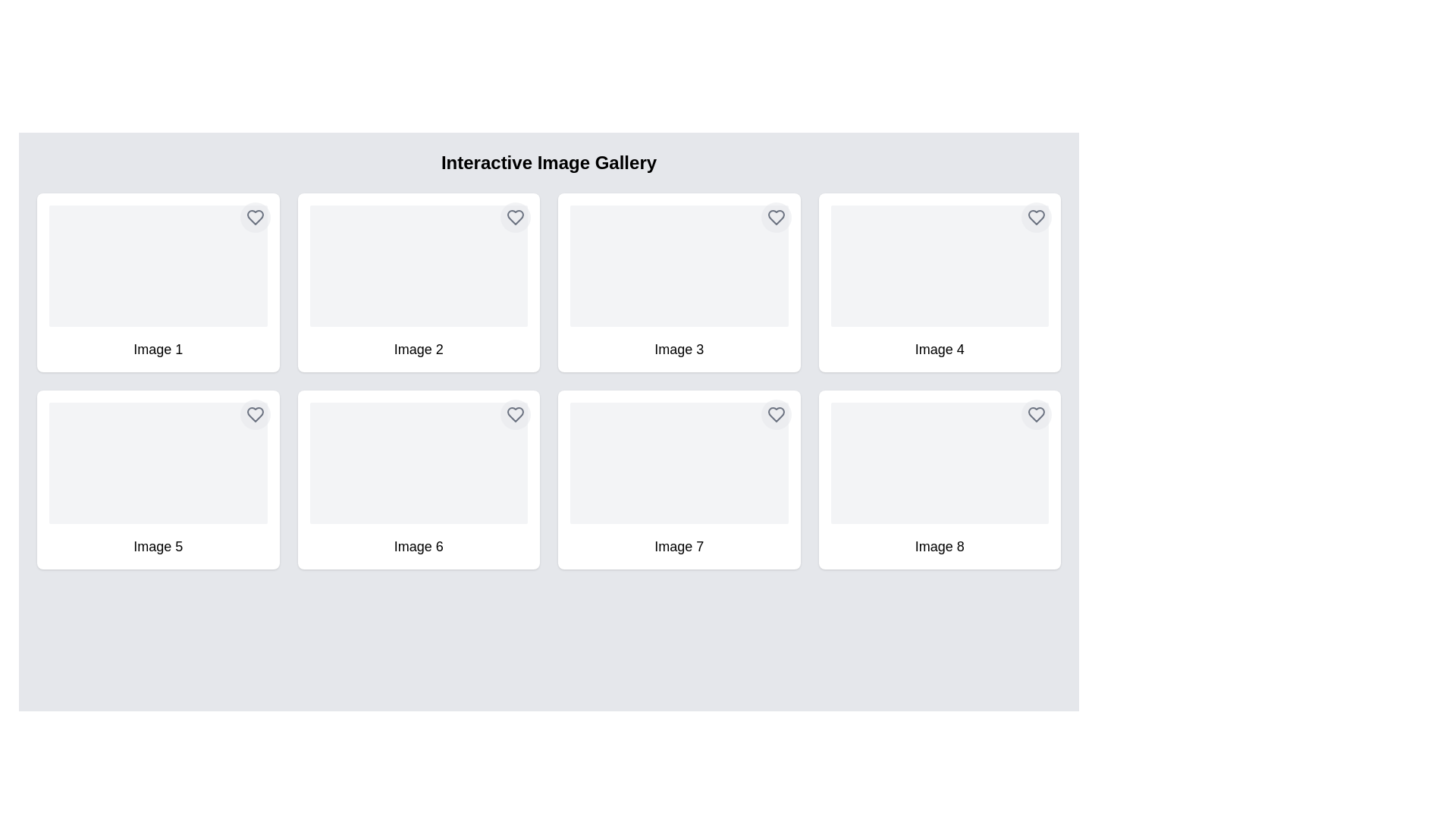 This screenshot has height=819, width=1456. What do you see at coordinates (516, 217) in the screenshot?
I see `the heart-shaped outline icon in the top-right corner of the second image thumbnail to mark the item as a favorite` at bounding box center [516, 217].